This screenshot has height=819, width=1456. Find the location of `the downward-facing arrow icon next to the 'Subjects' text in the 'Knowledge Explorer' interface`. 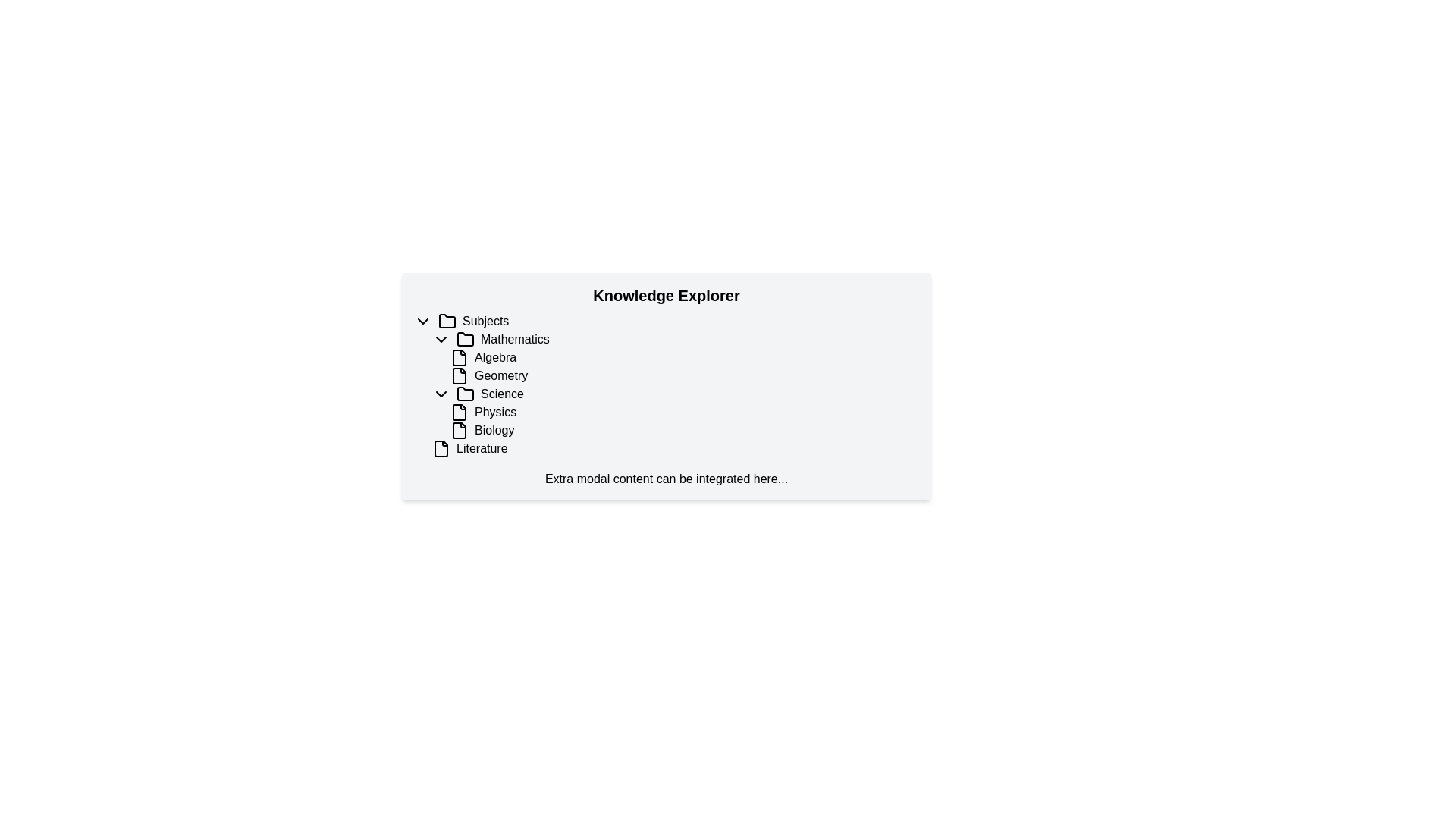

the downward-facing arrow icon next to the 'Subjects' text in the 'Knowledge Explorer' interface is located at coordinates (422, 321).